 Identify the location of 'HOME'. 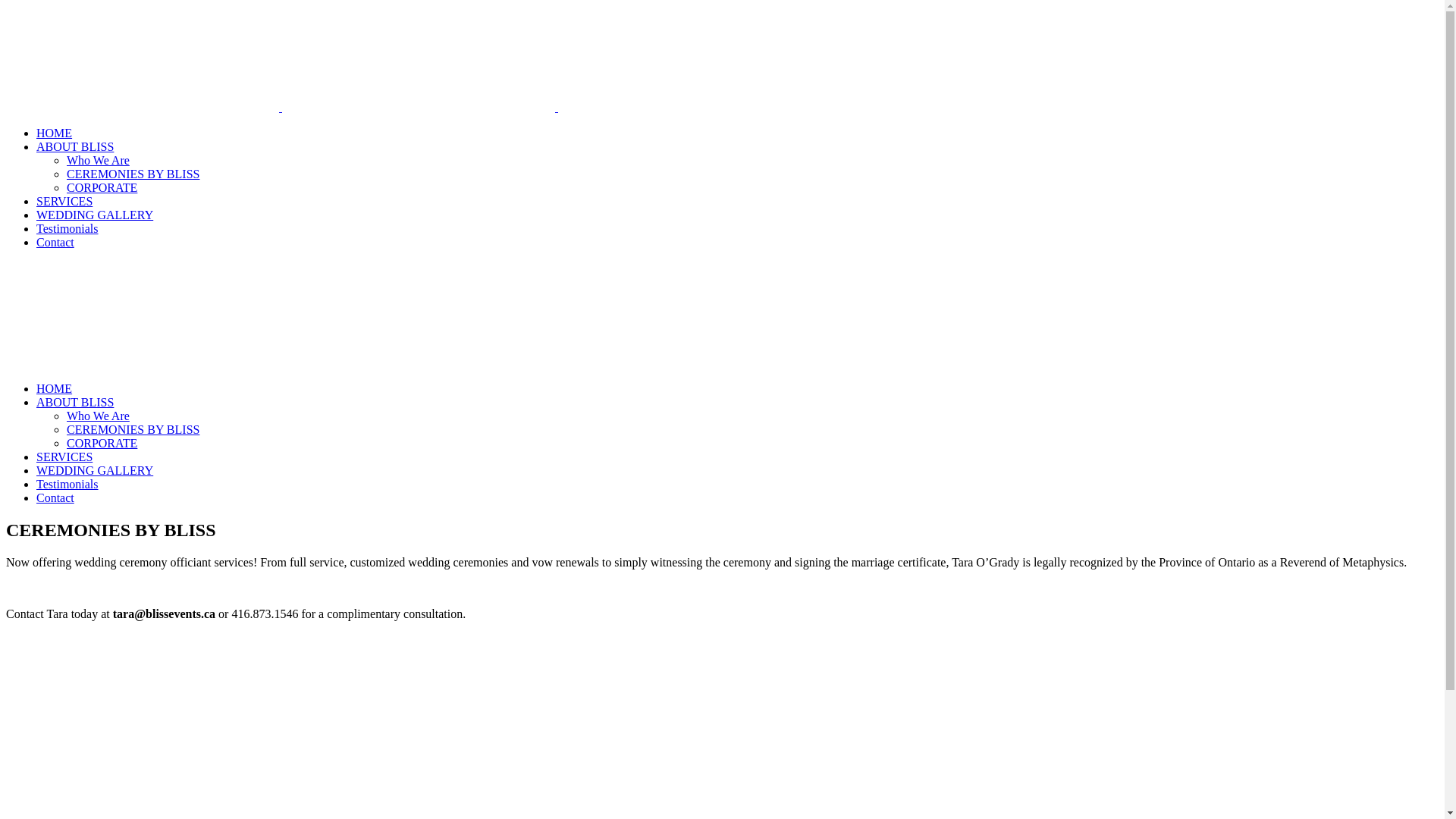
(54, 388).